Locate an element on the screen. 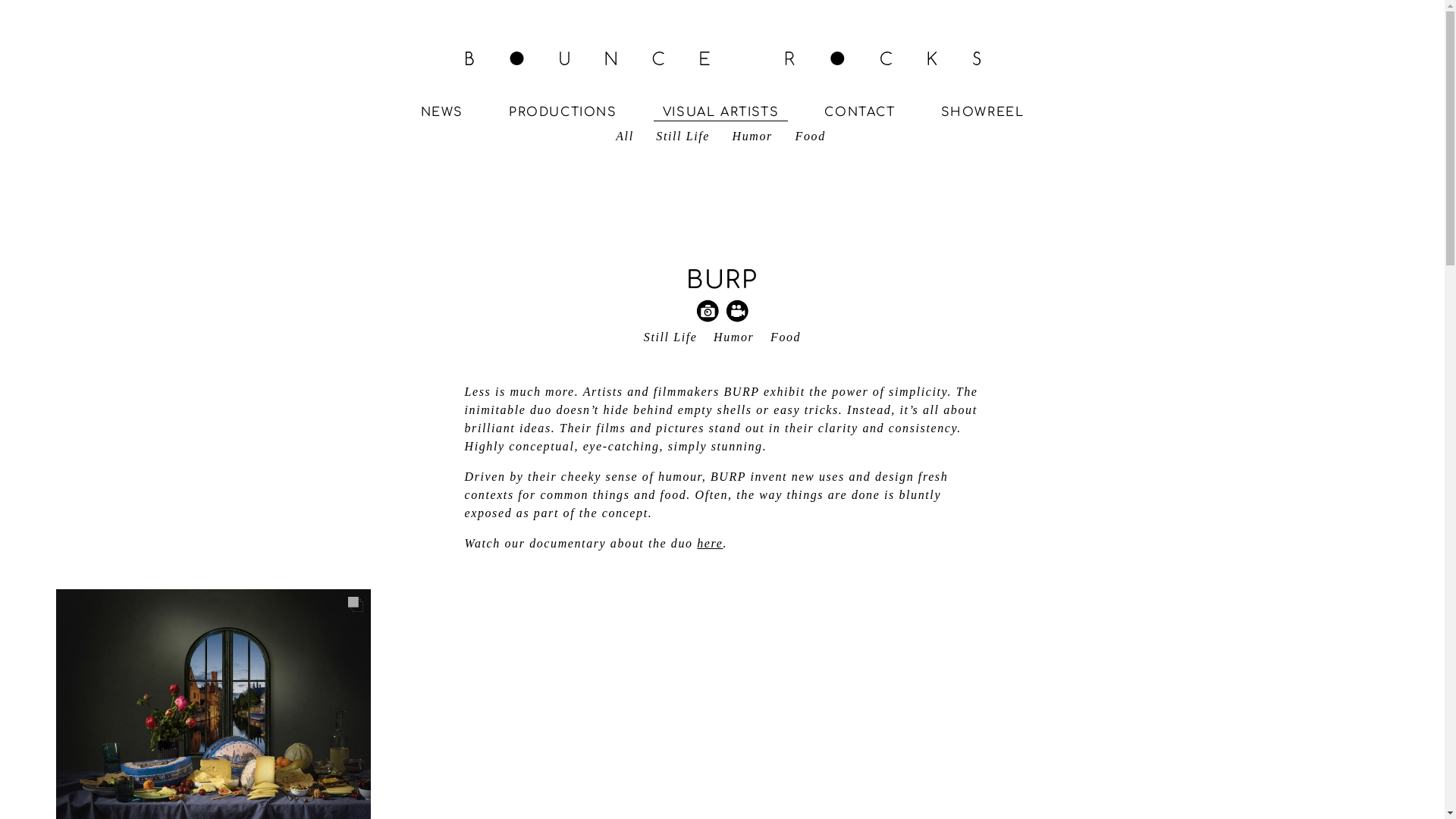  'Still Life' is located at coordinates (682, 135).